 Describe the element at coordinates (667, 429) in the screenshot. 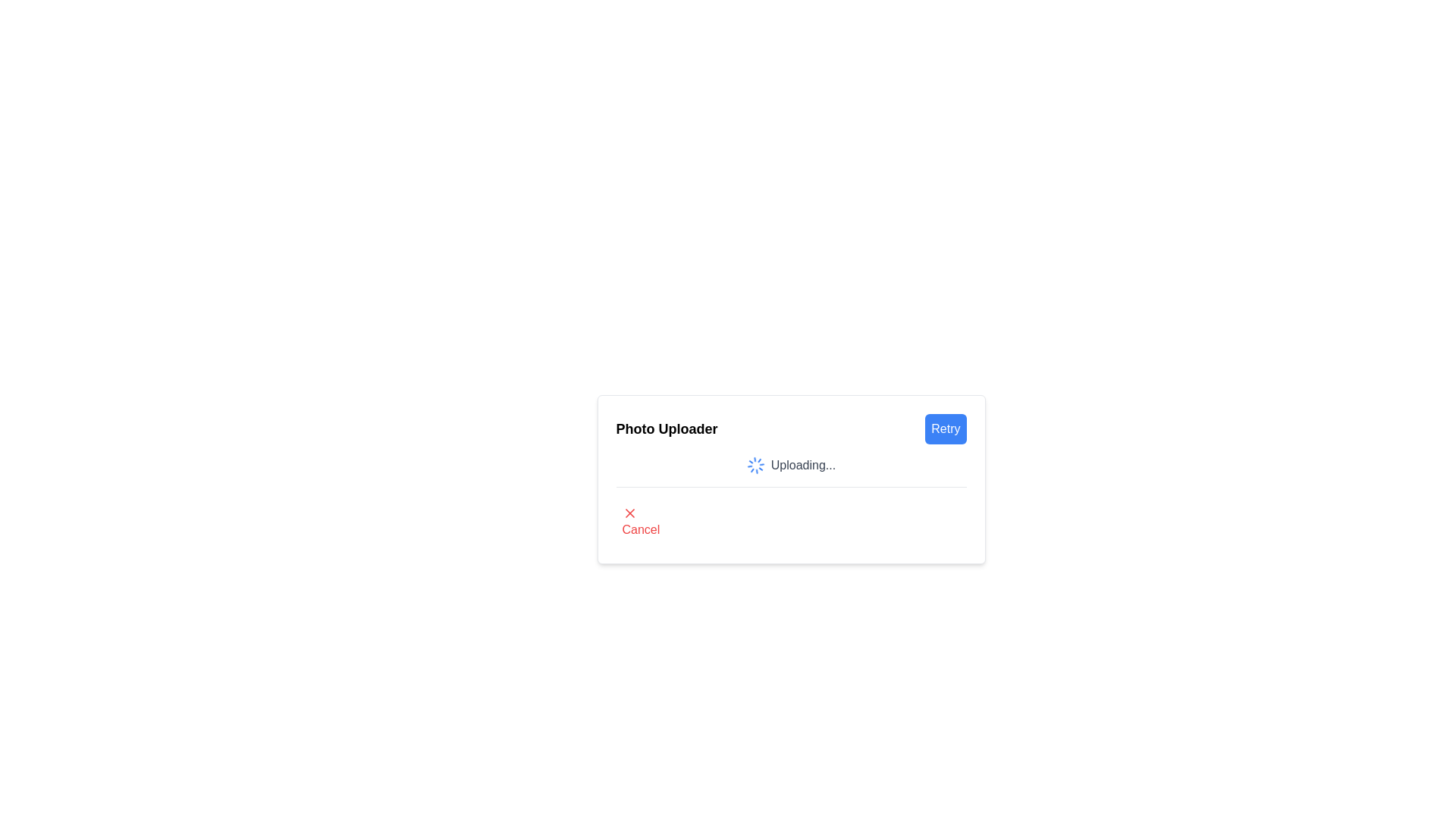

I see `the text label that serves as a header for the photo uploading section, located at the top-left corner, to provide context to the user` at that location.